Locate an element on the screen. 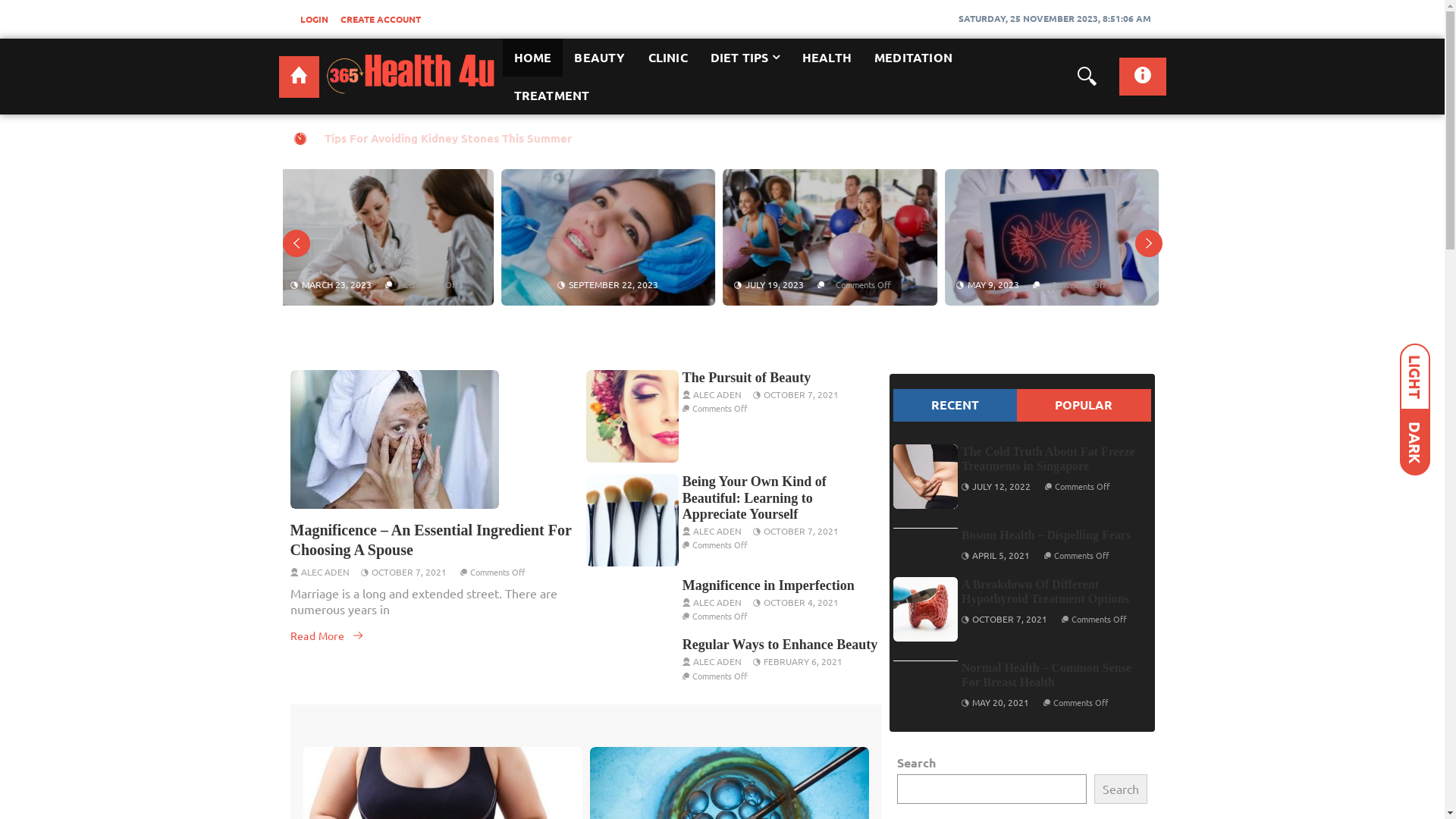  '365 Health 4U: Health and fitness guide for everyone' is located at coordinates (299, 77).